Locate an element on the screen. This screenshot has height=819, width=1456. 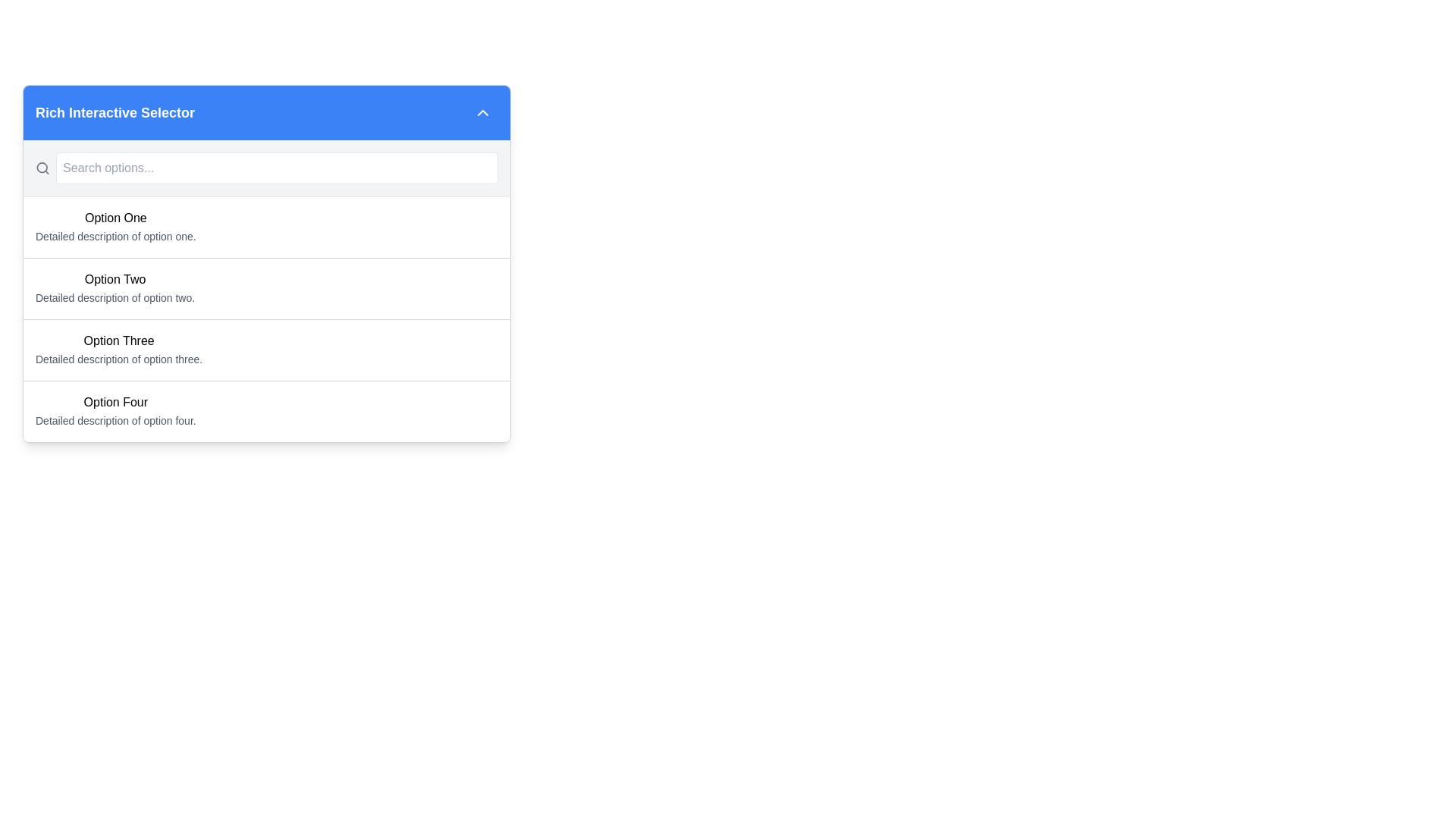
the text label displaying 'Option Four' within the selectable menu interface under the header 'Rich Interactive Selector' is located at coordinates (115, 402).